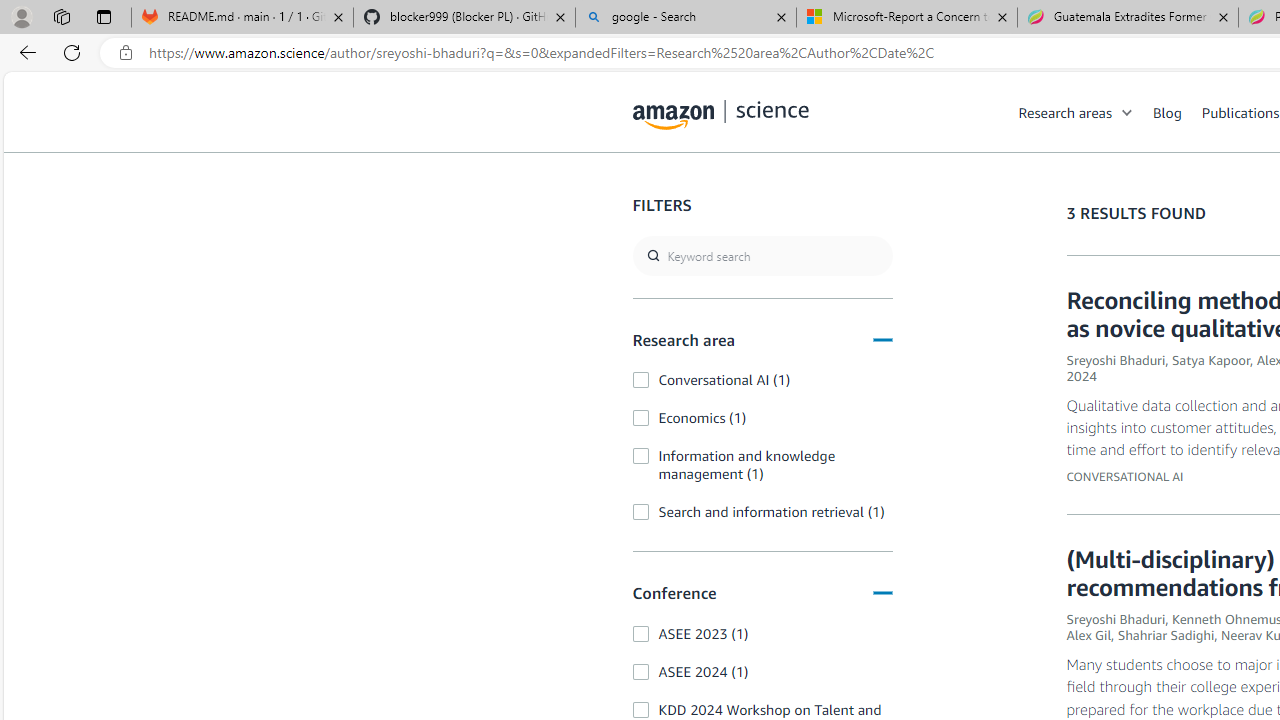 The image size is (1280, 720). I want to click on 'Research areas', so click(1064, 111).